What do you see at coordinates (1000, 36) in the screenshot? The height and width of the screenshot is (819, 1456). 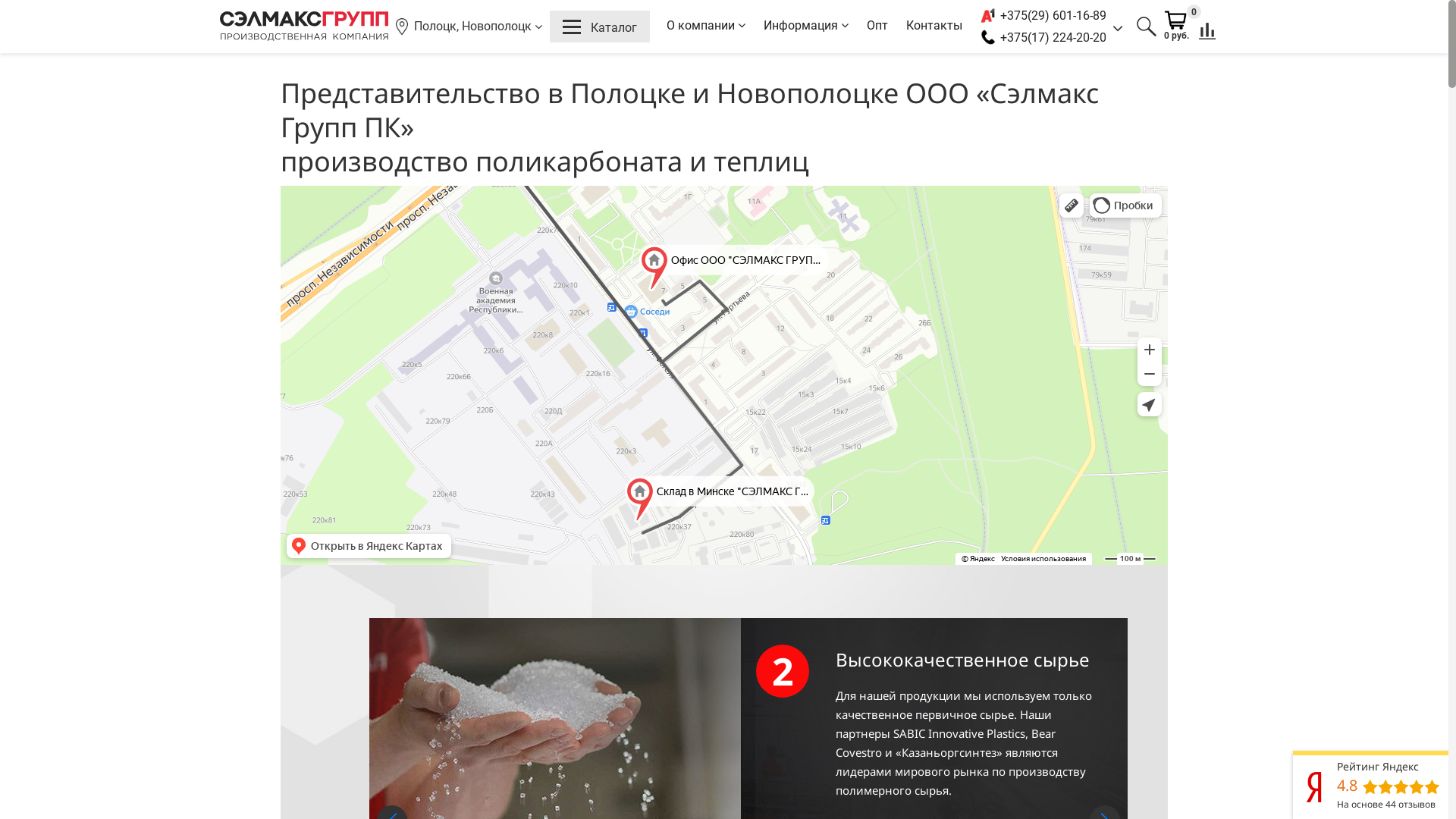 I see `'+375(17) 224-20-20'` at bounding box center [1000, 36].